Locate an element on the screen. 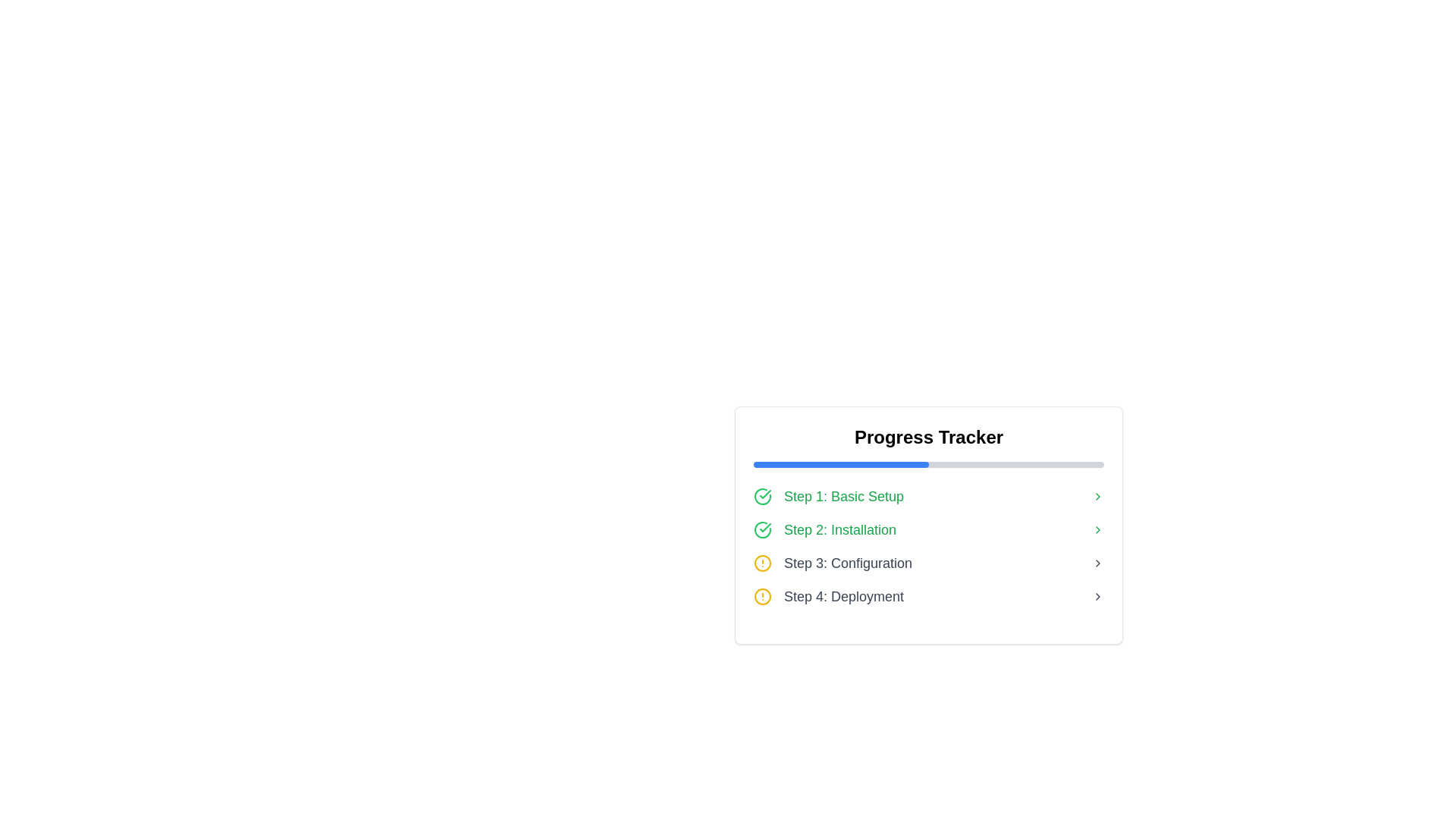 This screenshot has width=1456, height=819. the chevron icon aligned with 'Step 3: Configuration' in the progress tracker is located at coordinates (1098, 563).